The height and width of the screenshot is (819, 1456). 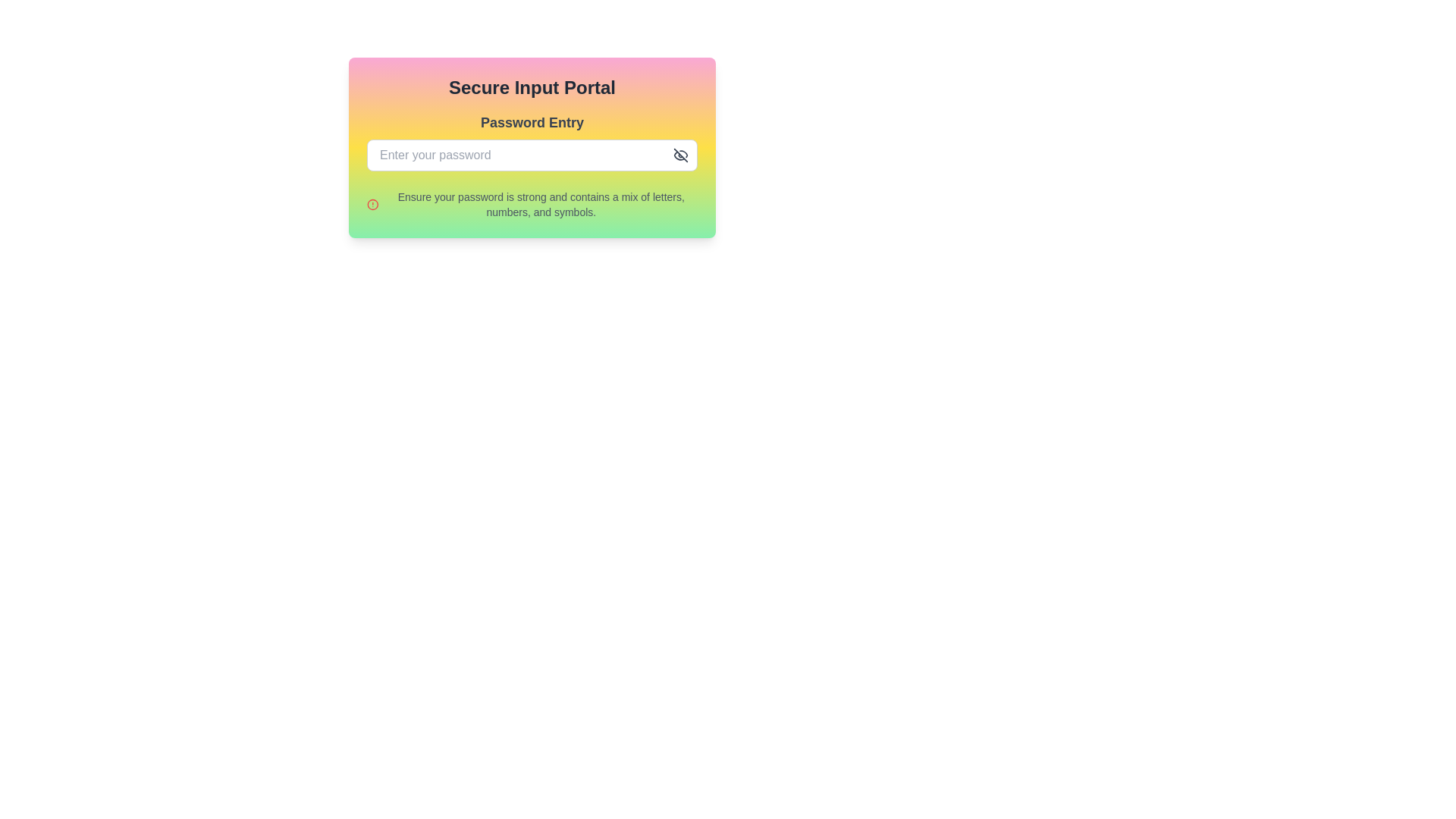 I want to click on the circular alert symbol located below the password input field in the 'Secure Input Portal' interface, so click(x=372, y=205).